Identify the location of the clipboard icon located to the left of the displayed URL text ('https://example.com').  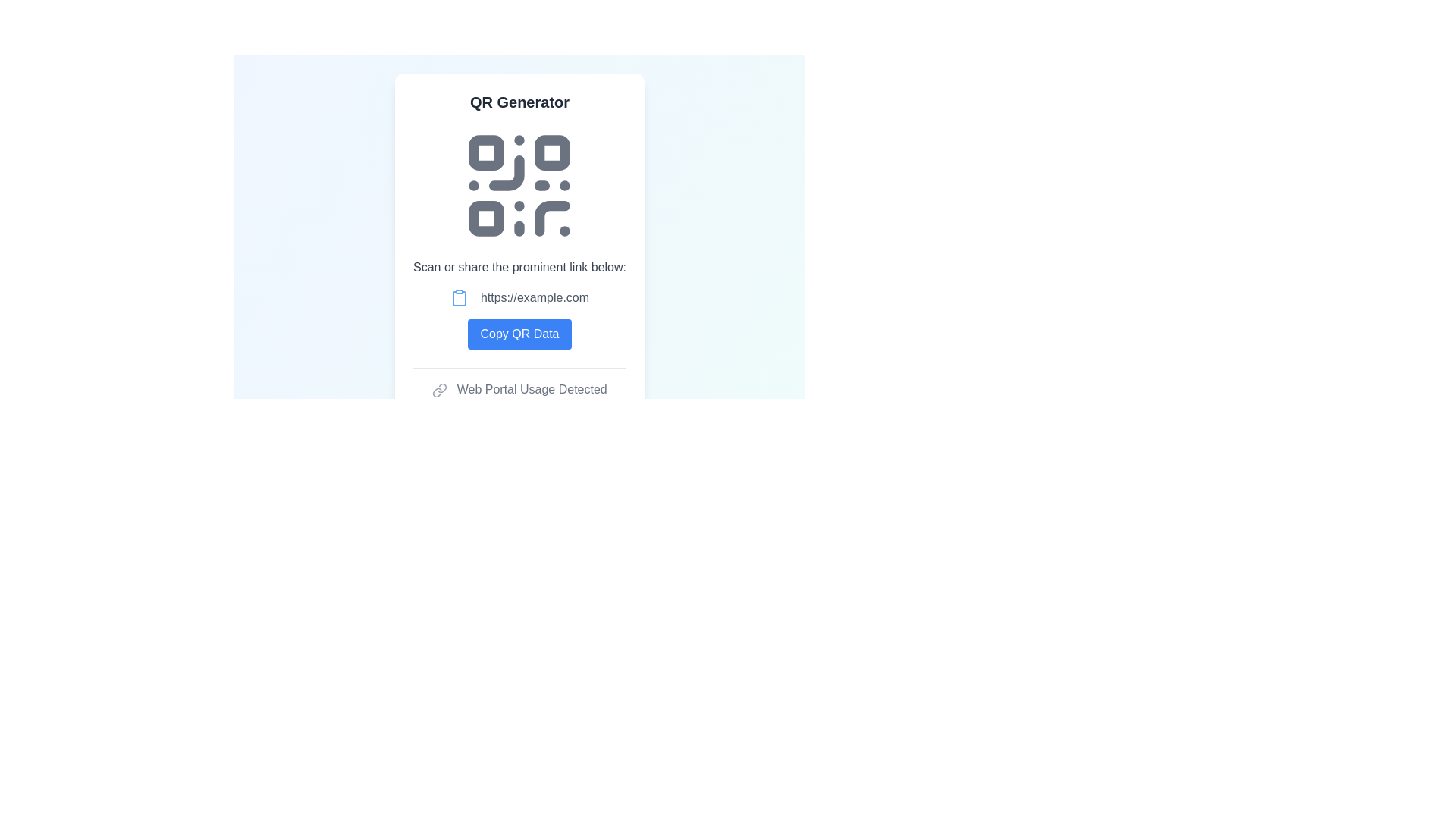
(458, 298).